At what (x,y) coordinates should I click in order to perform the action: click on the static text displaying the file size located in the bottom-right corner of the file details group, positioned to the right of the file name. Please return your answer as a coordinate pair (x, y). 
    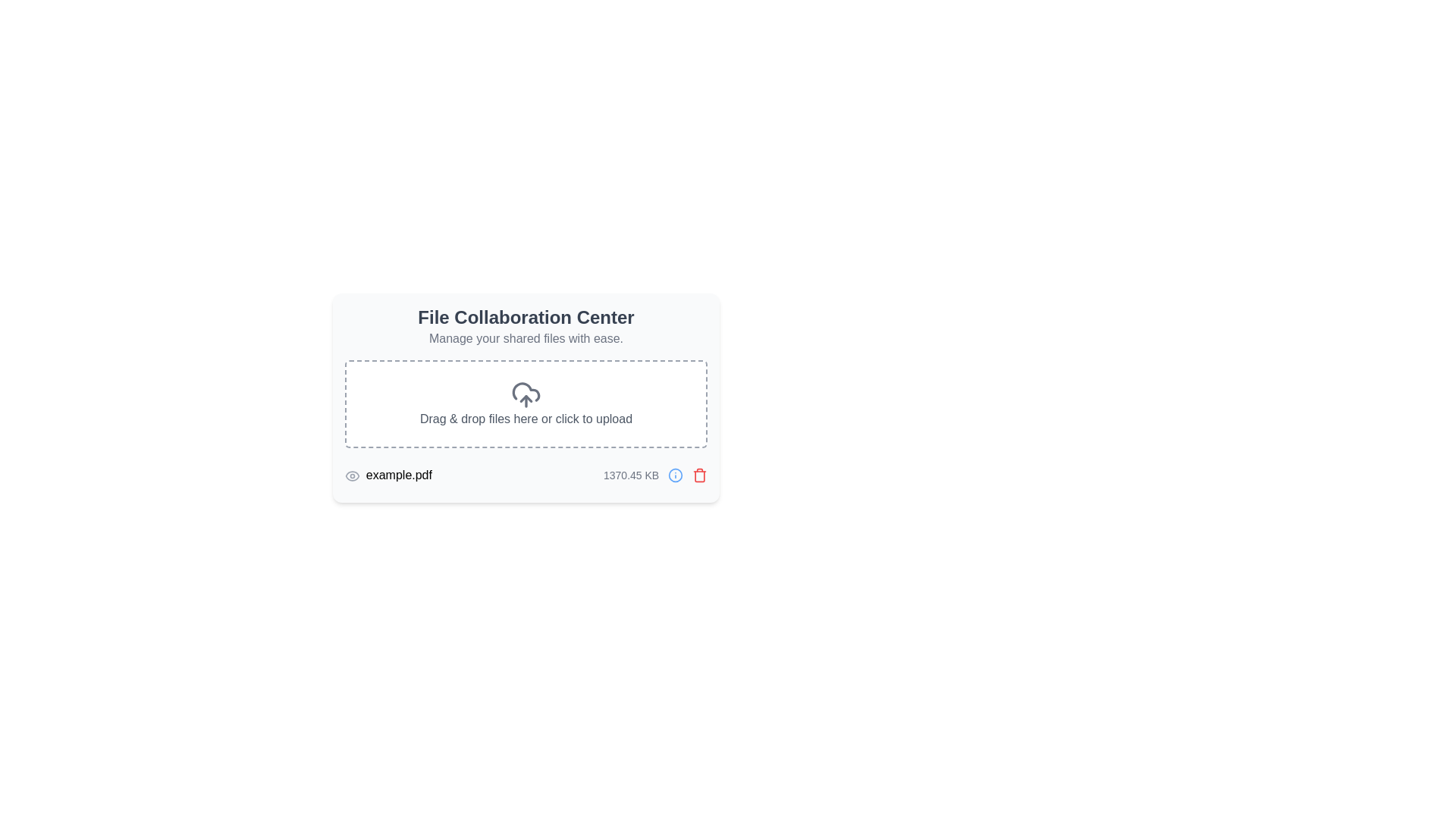
    Looking at the image, I should click on (631, 475).